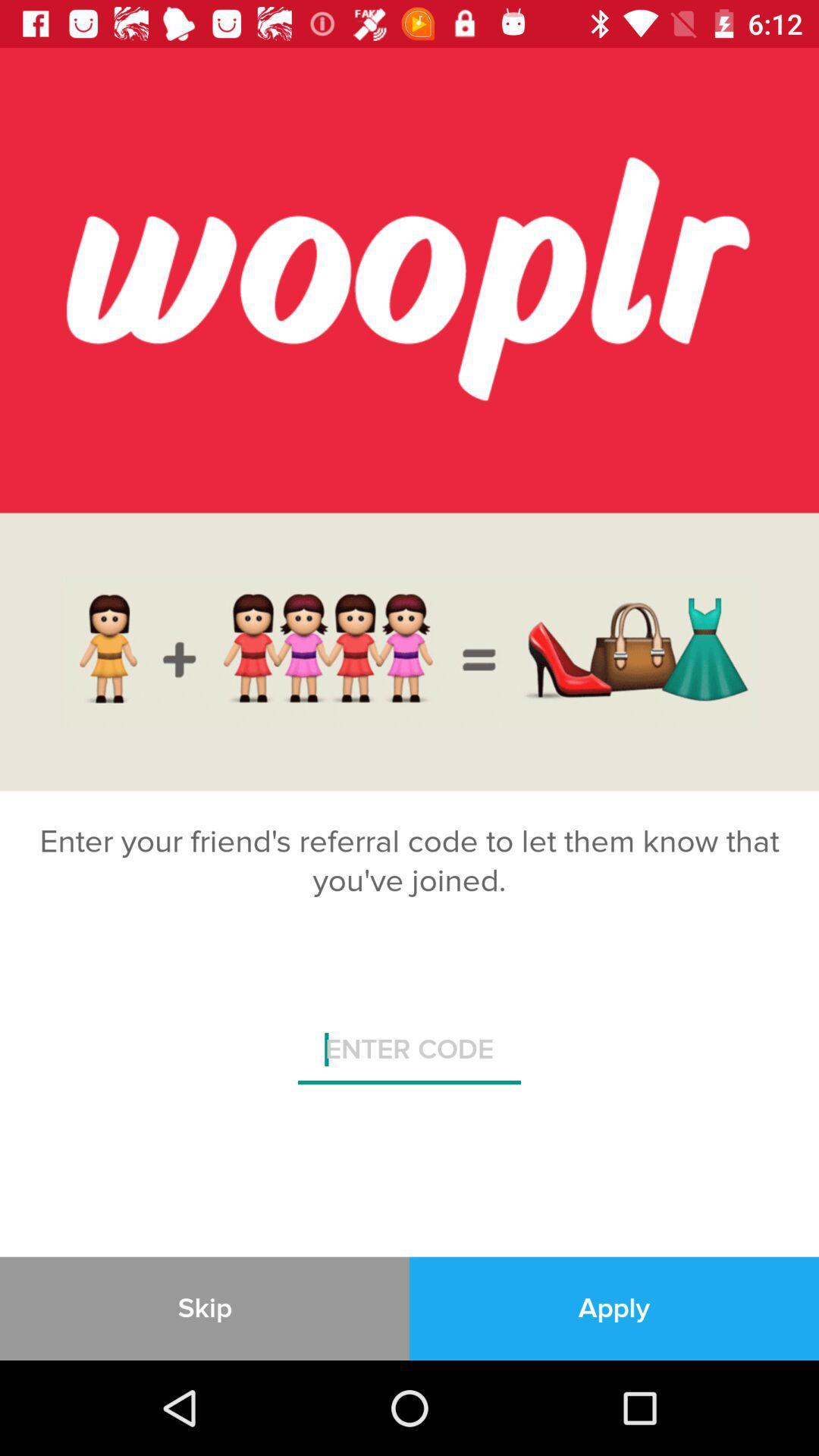 The width and height of the screenshot is (819, 1456). What do you see at coordinates (205, 1307) in the screenshot?
I see `item at the bottom left corner` at bounding box center [205, 1307].